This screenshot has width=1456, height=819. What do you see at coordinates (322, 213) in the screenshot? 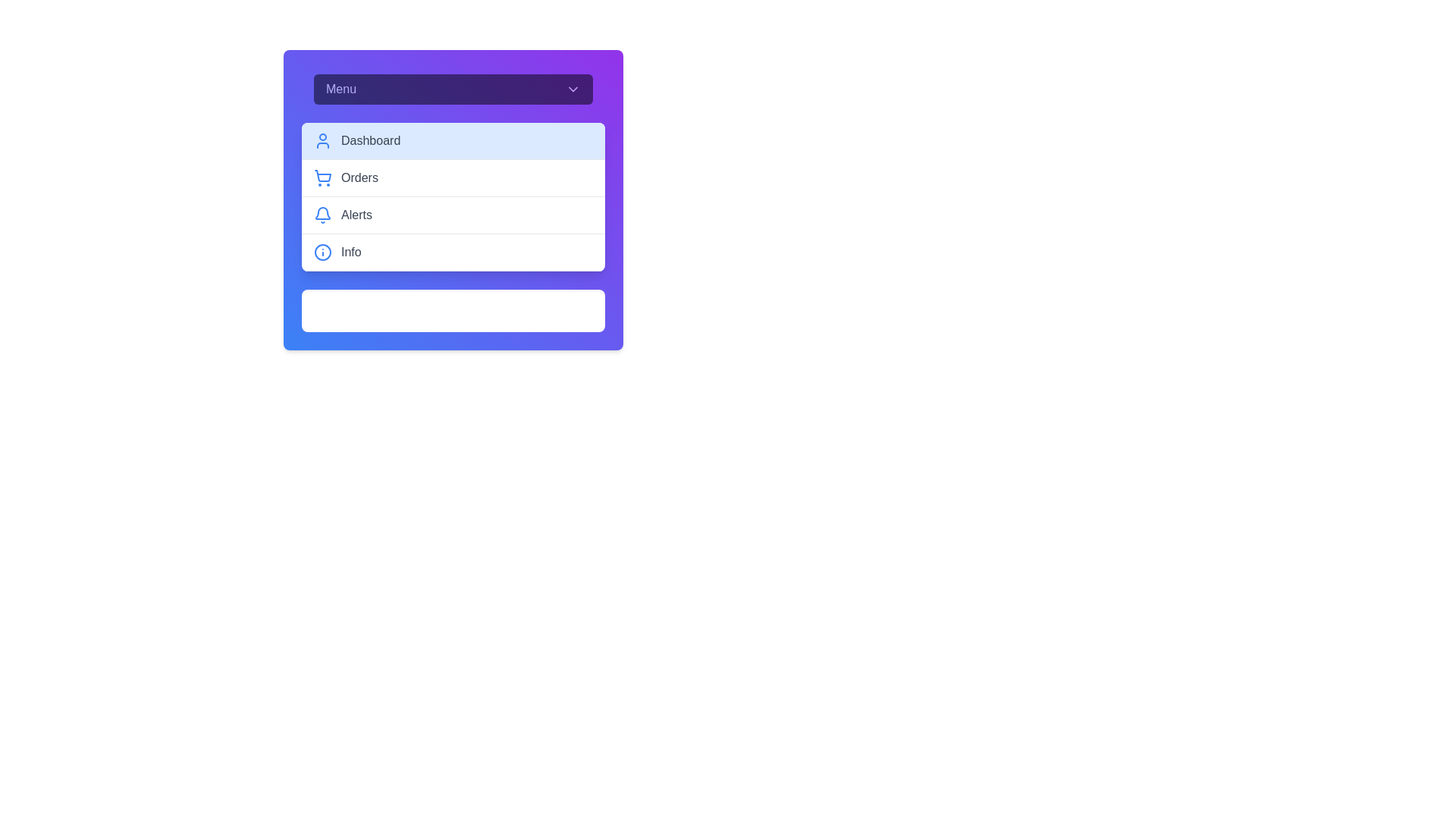
I see `the bell icon indicating notifications located in the third row of the list labeled 'Alerts', which is aligned horizontally with its label and within the purple-bordered menu box` at bounding box center [322, 213].